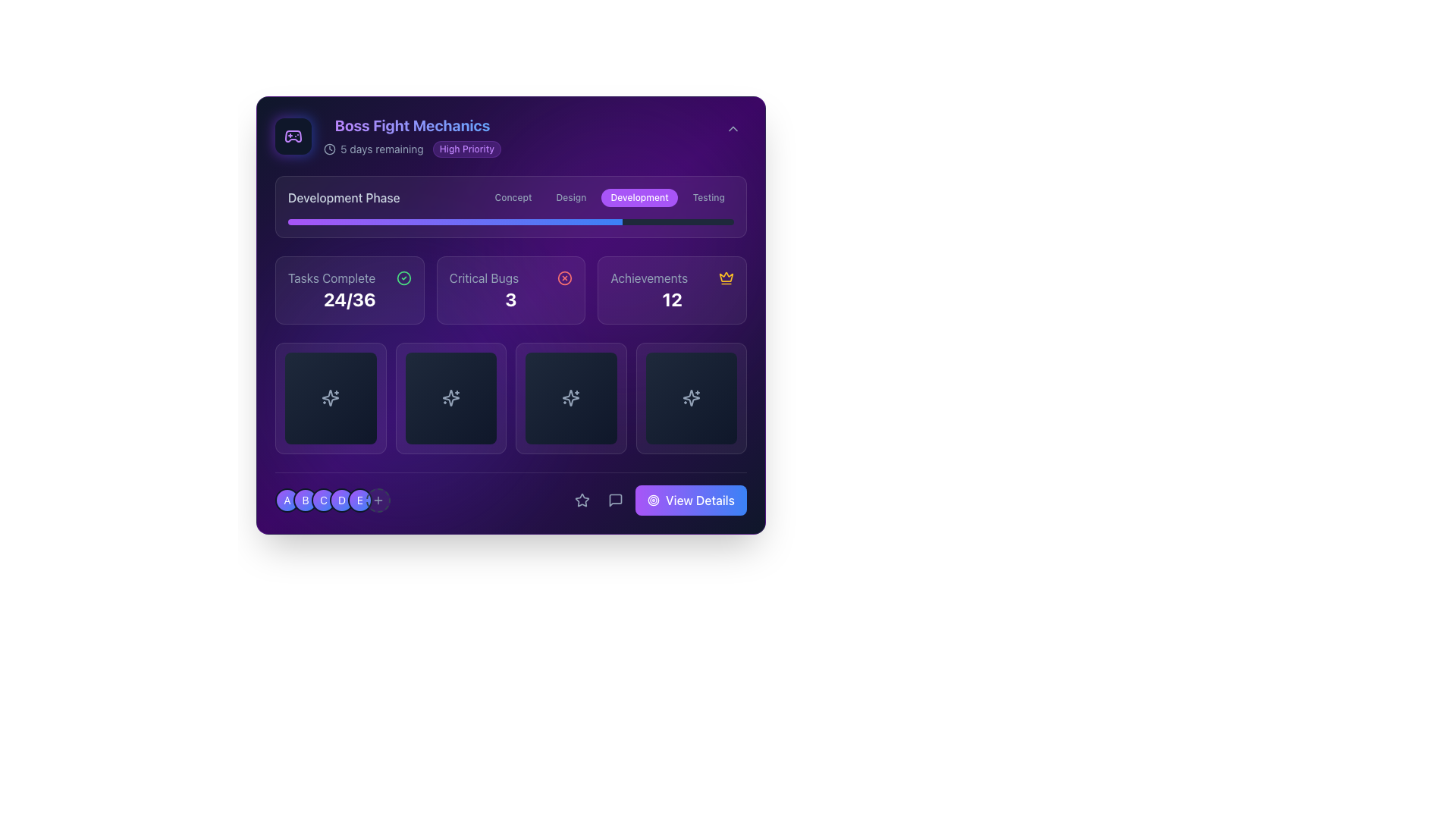 Image resolution: width=1456 pixels, height=819 pixels. Describe the element at coordinates (293, 136) in the screenshot. I see `game controller icon, which is located in the top-left corner of the 'Boss Fight Mechanics' section, featuring a modern purple design with hover color transitions` at that location.